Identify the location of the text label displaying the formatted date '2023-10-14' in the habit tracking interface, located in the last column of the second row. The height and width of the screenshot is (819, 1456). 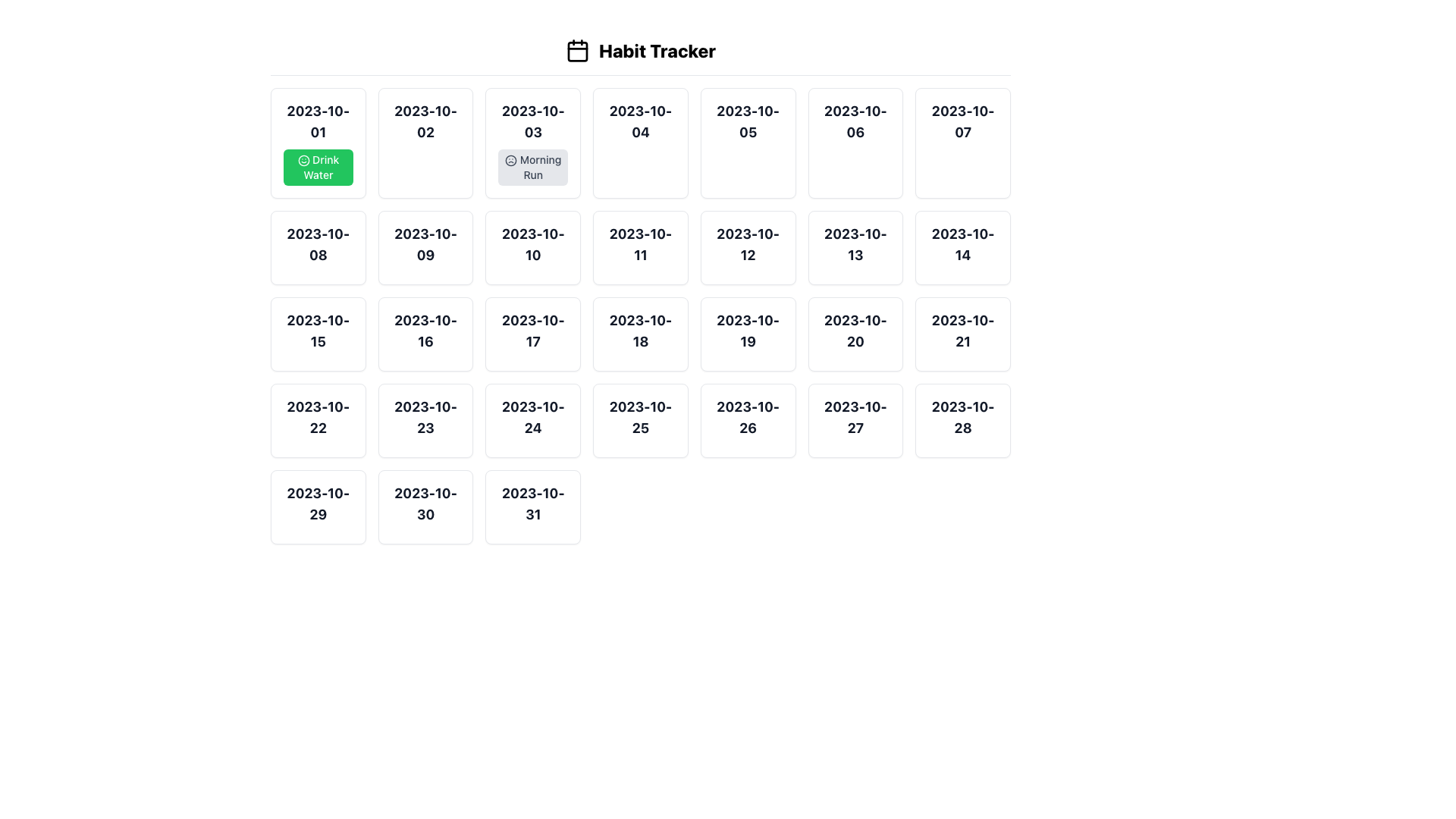
(962, 244).